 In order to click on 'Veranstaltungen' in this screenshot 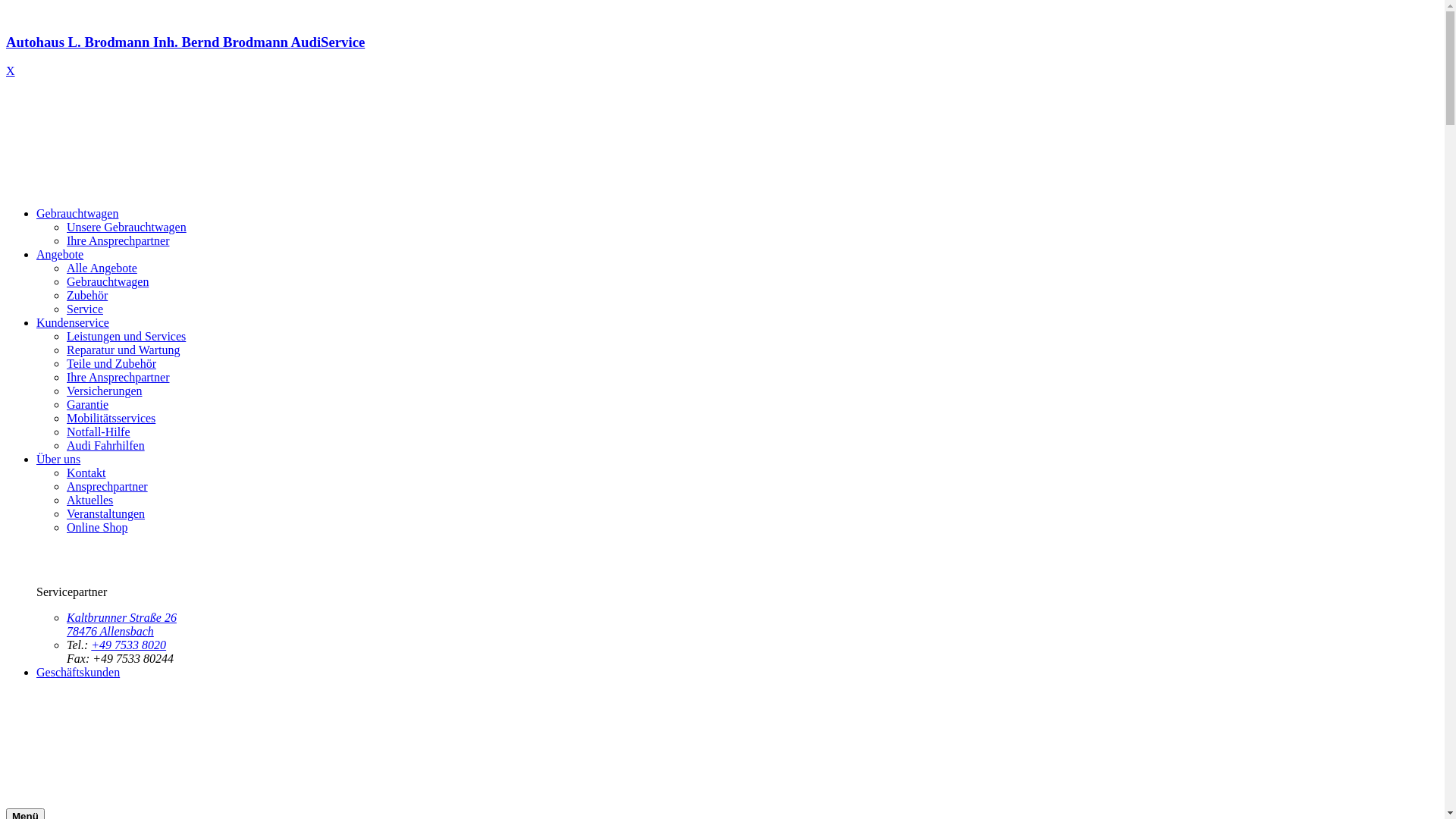, I will do `click(105, 513)`.